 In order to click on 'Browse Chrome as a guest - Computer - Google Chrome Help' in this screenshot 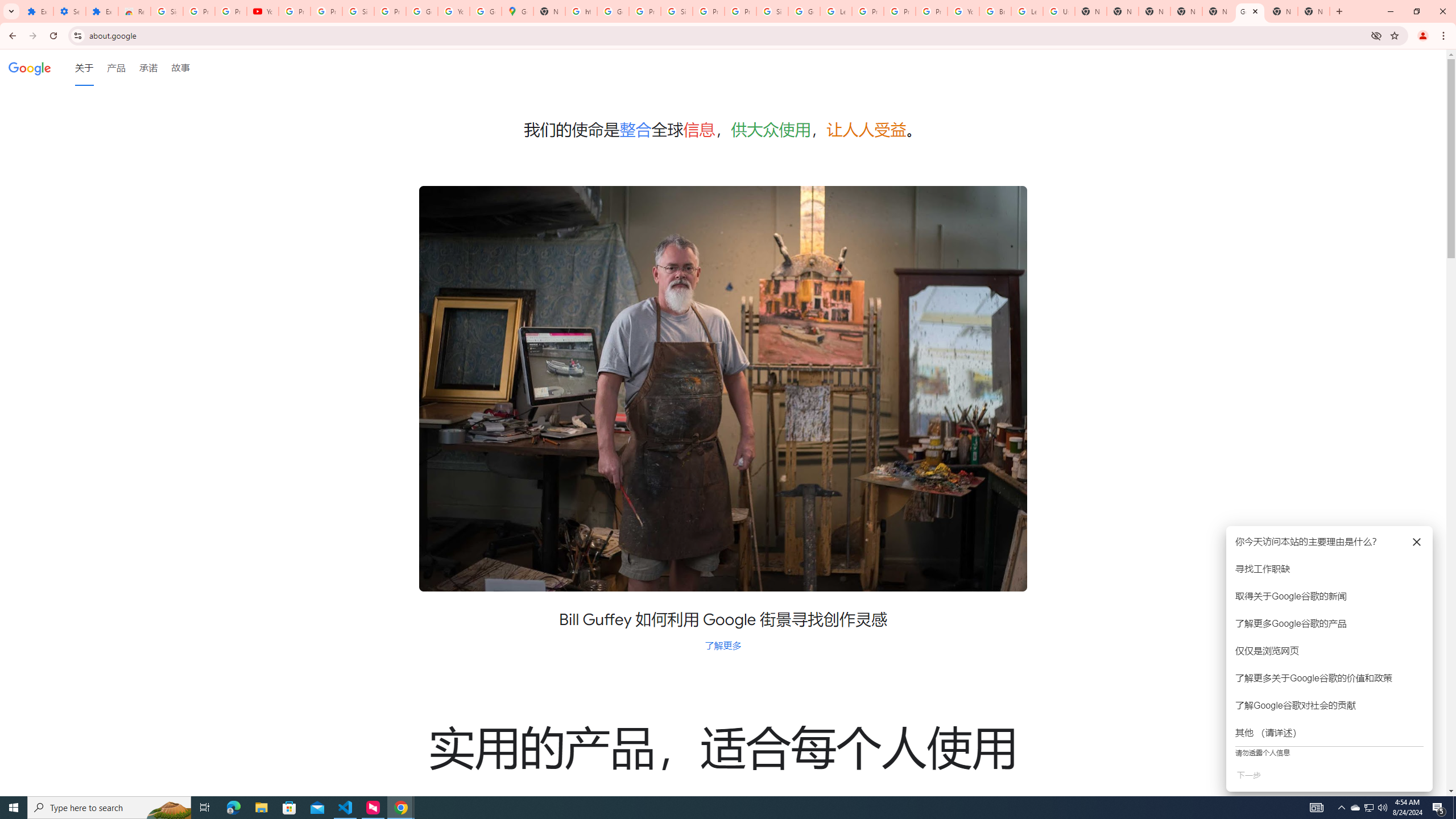, I will do `click(994, 11)`.